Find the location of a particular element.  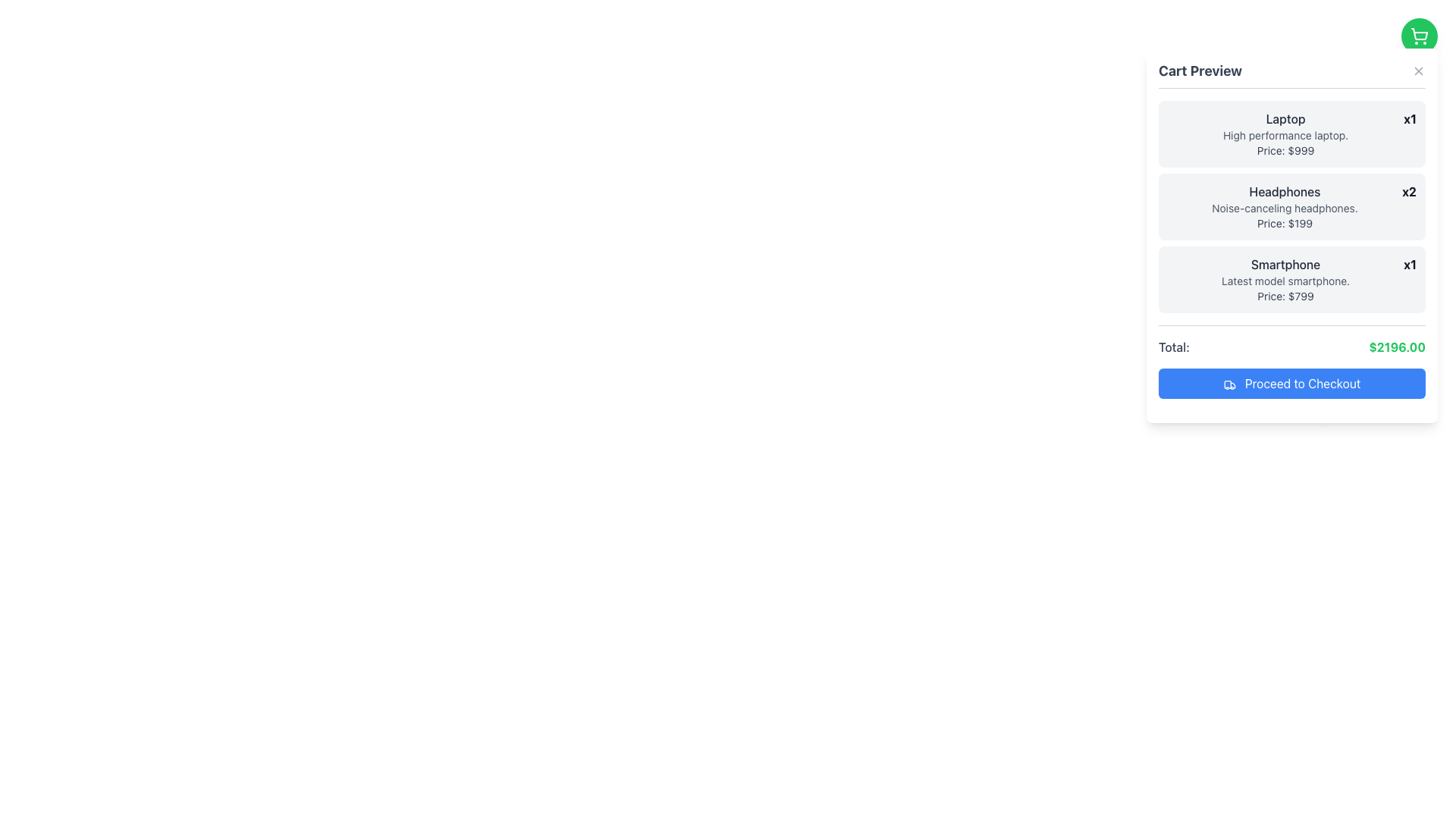

text from the hierarchical text block titled 'Headphones' located in the cart preview, which includes the subtext 'Noise-canceling headphones.' and the price detail 'Price: $199' is located at coordinates (1284, 207).